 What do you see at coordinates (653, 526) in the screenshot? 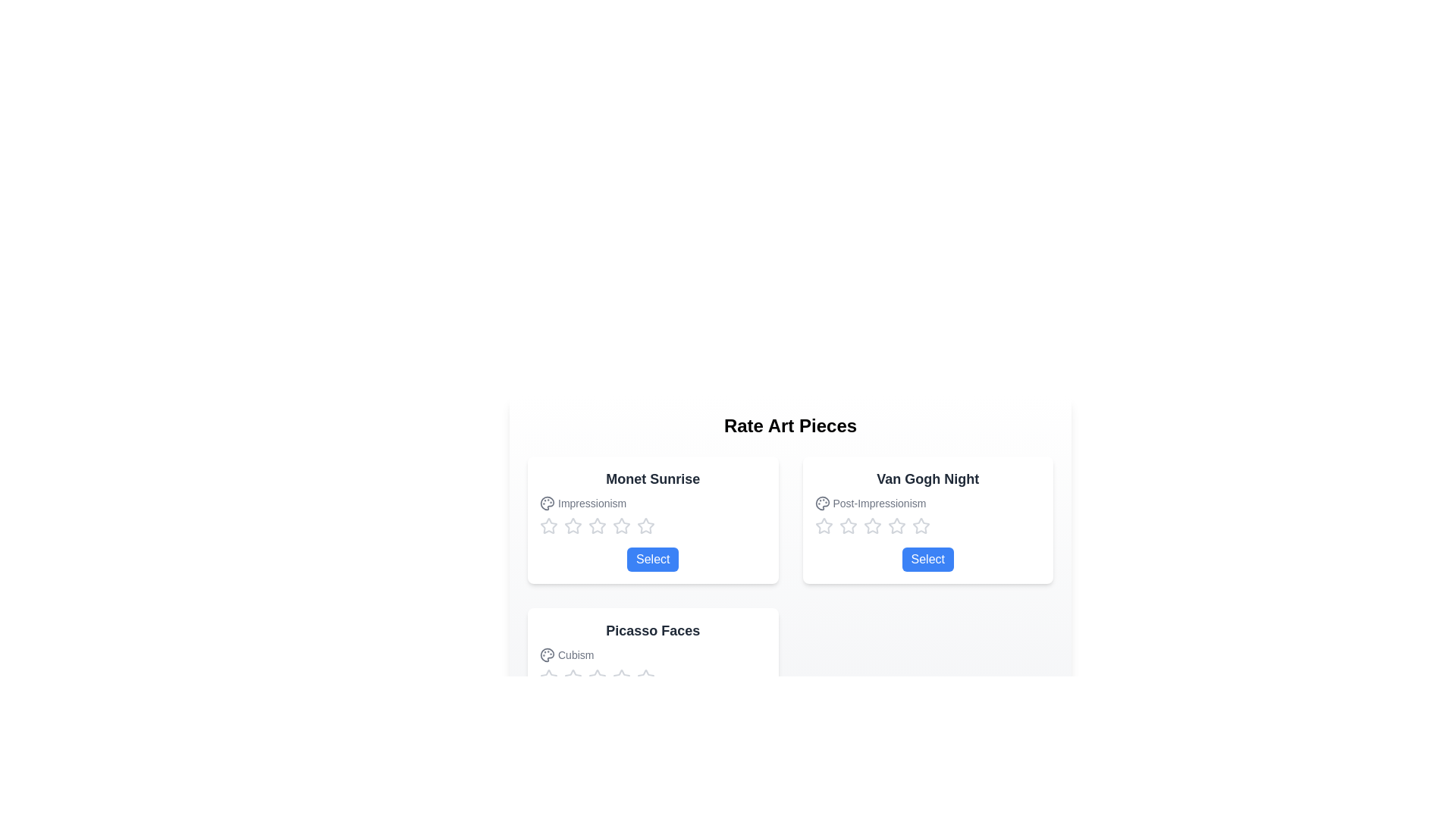
I see `one of the star icons in the rating component of the 'Monet Sunrise' card` at bounding box center [653, 526].